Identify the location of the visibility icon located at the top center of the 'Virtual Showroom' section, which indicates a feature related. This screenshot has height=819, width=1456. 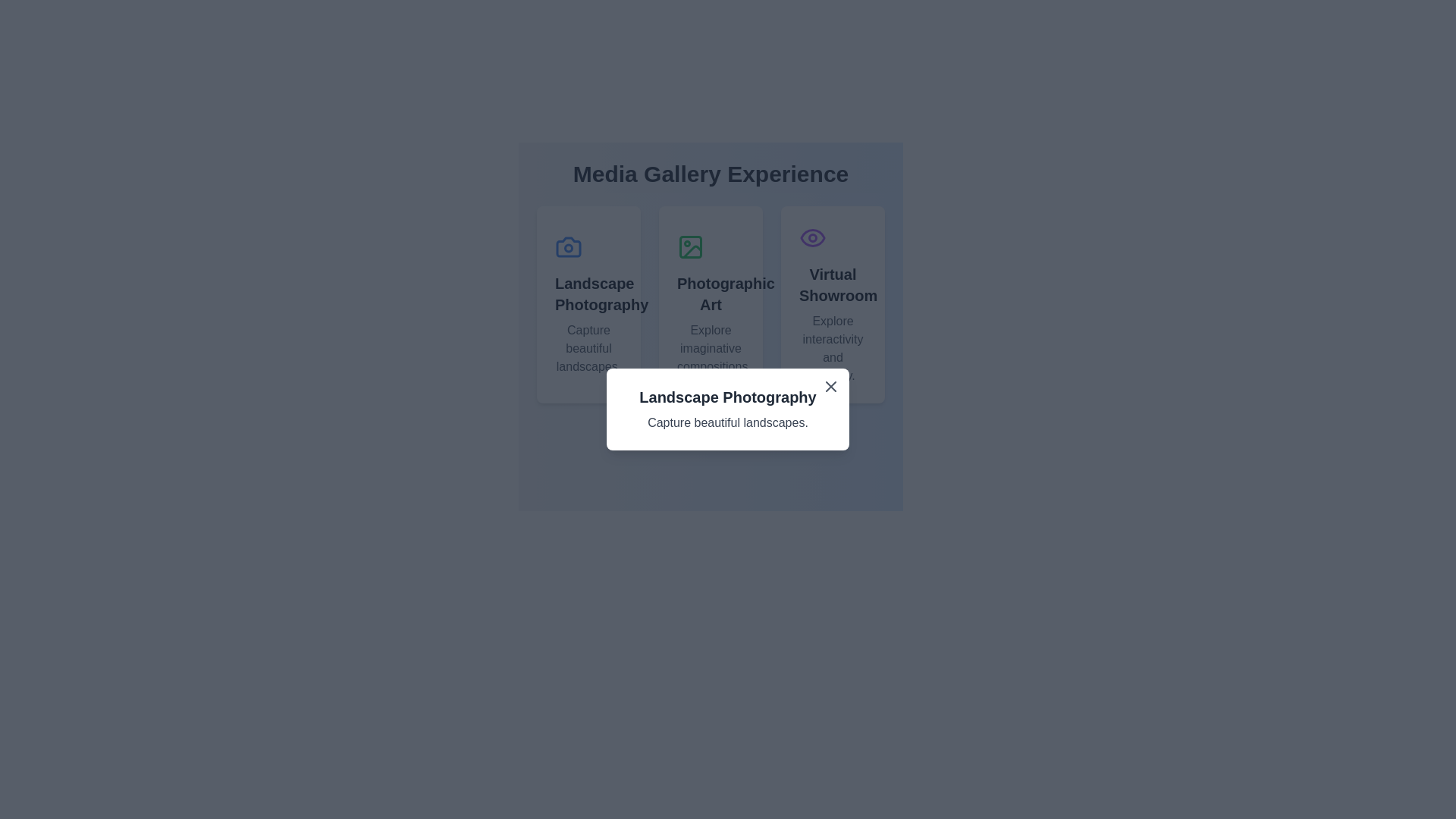
(811, 237).